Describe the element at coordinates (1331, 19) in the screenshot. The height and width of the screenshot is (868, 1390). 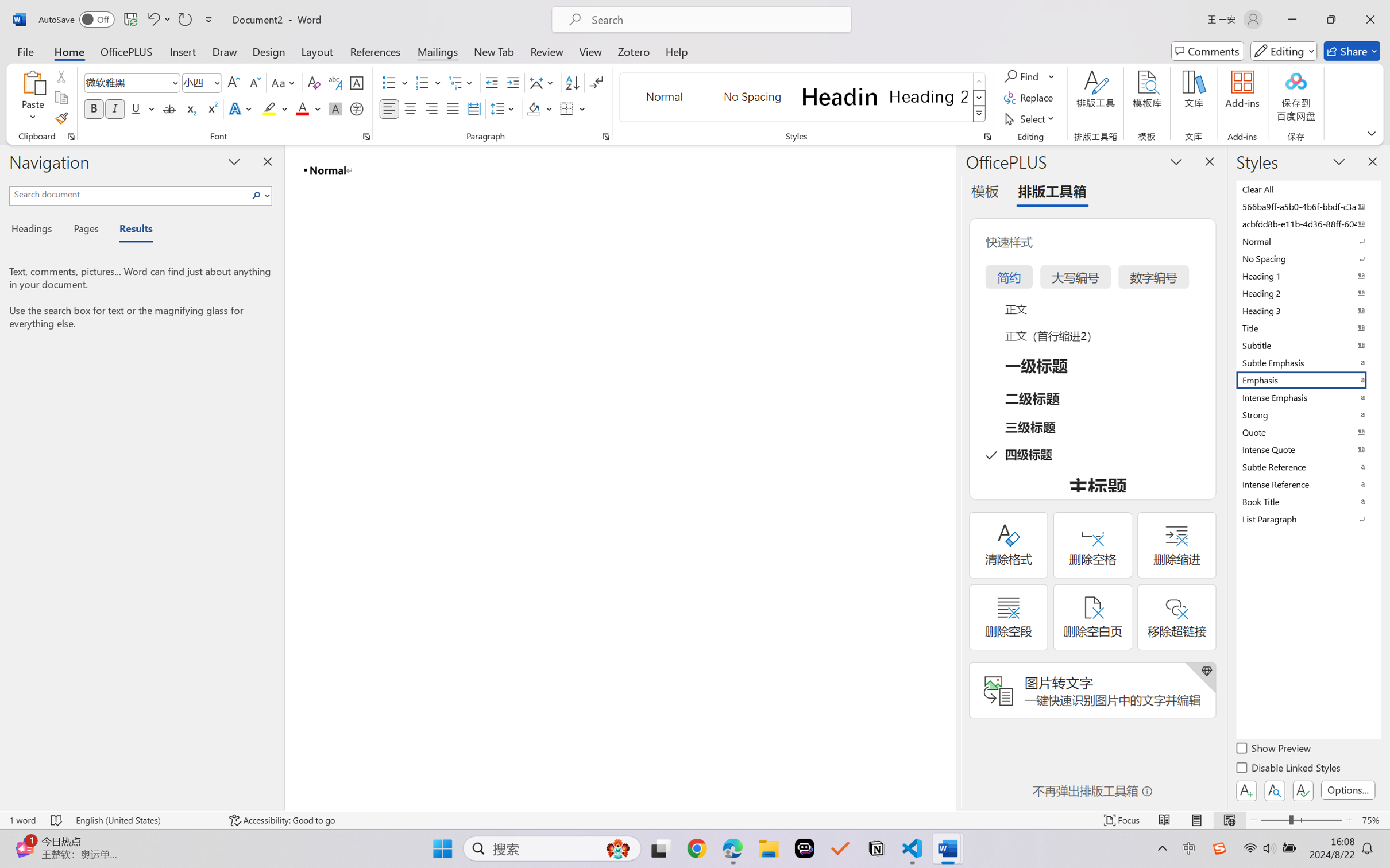
I see `'Restore Down'` at that location.